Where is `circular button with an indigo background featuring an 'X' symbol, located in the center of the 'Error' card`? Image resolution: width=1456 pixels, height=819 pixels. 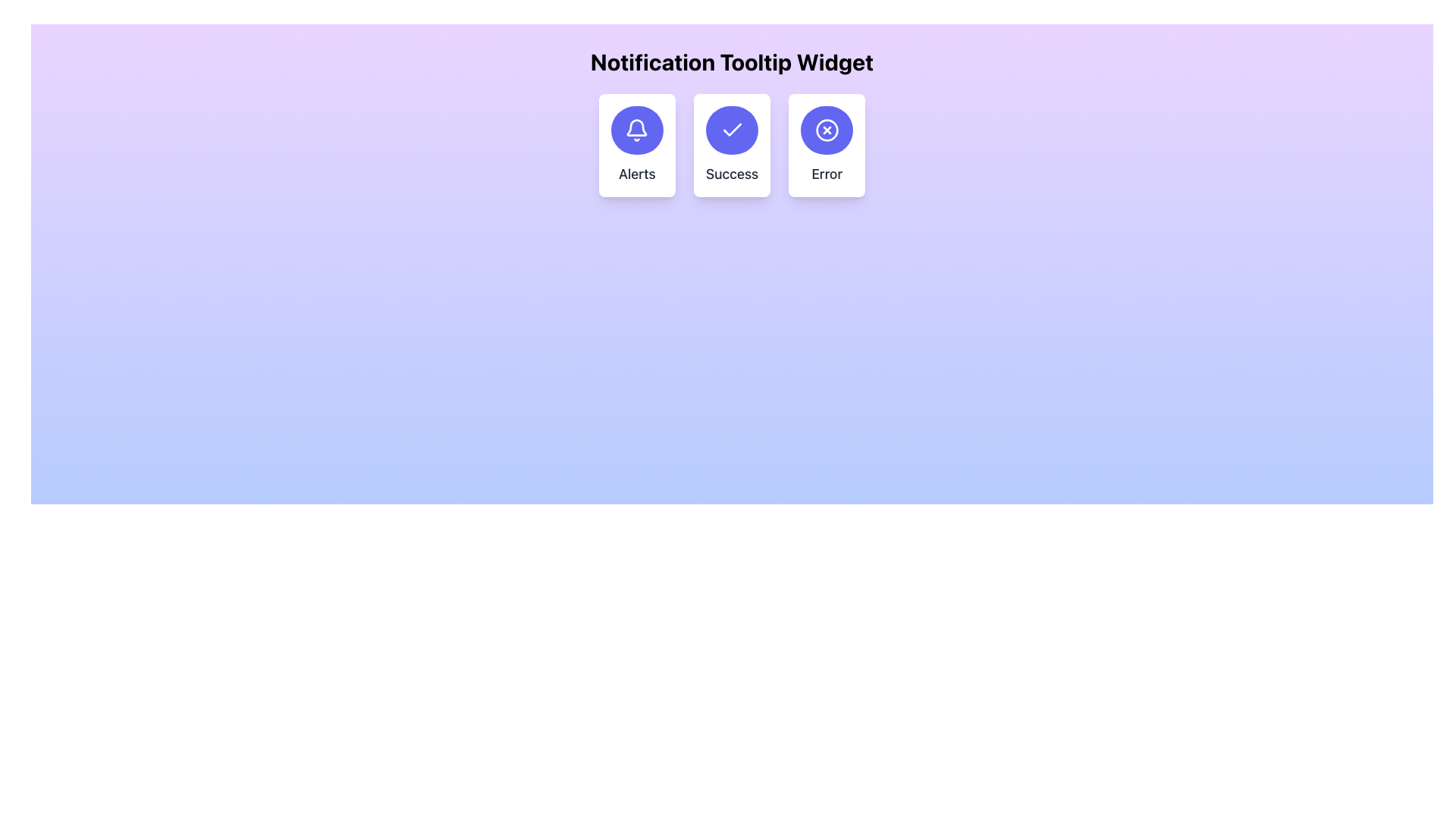
circular button with an indigo background featuring an 'X' symbol, located in the center of the 'Error' card is located at coordinates (826, 130).